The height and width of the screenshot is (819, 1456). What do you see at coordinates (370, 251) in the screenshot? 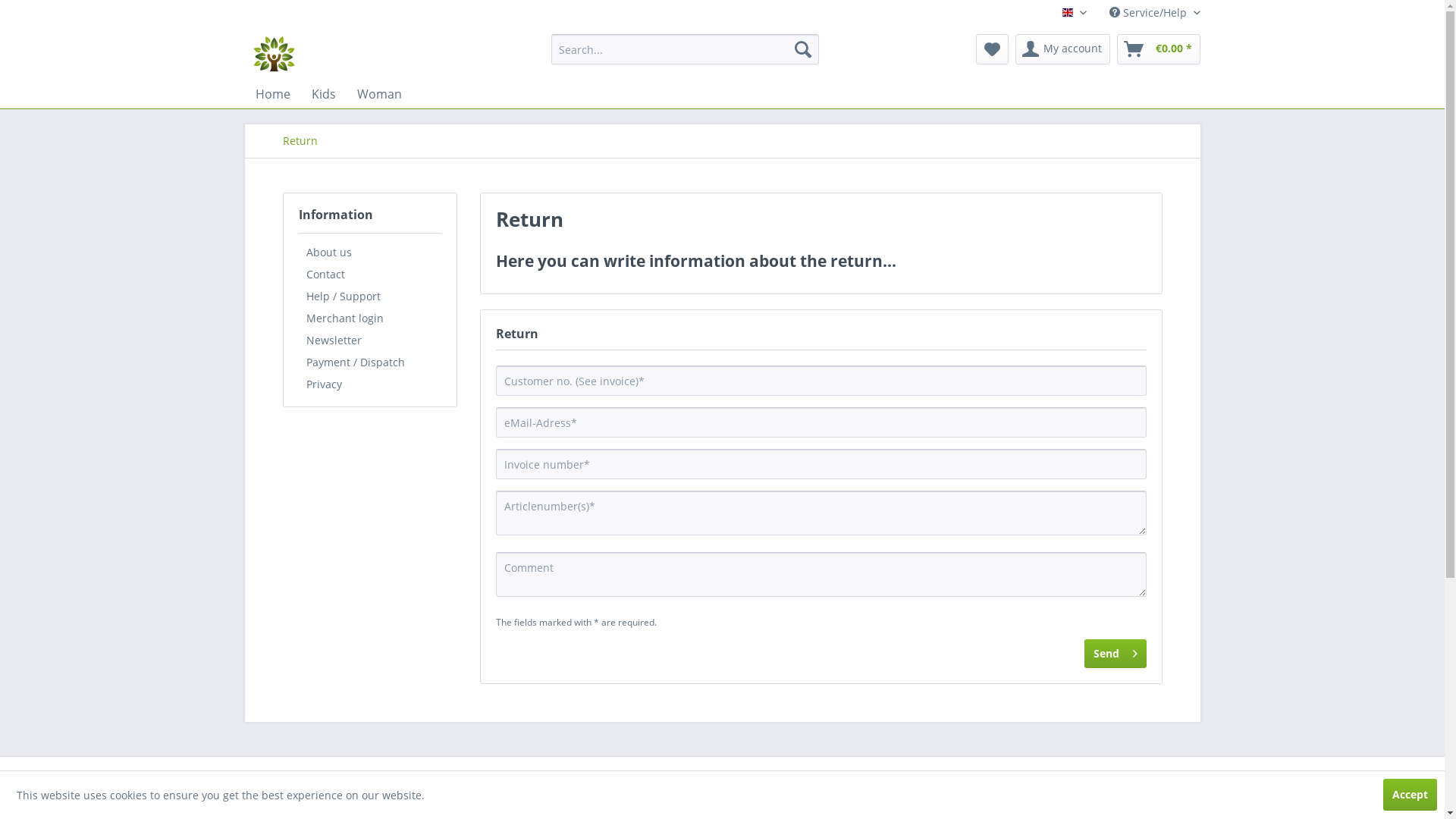
I see `'About us'` at bounding box center [370, 251].